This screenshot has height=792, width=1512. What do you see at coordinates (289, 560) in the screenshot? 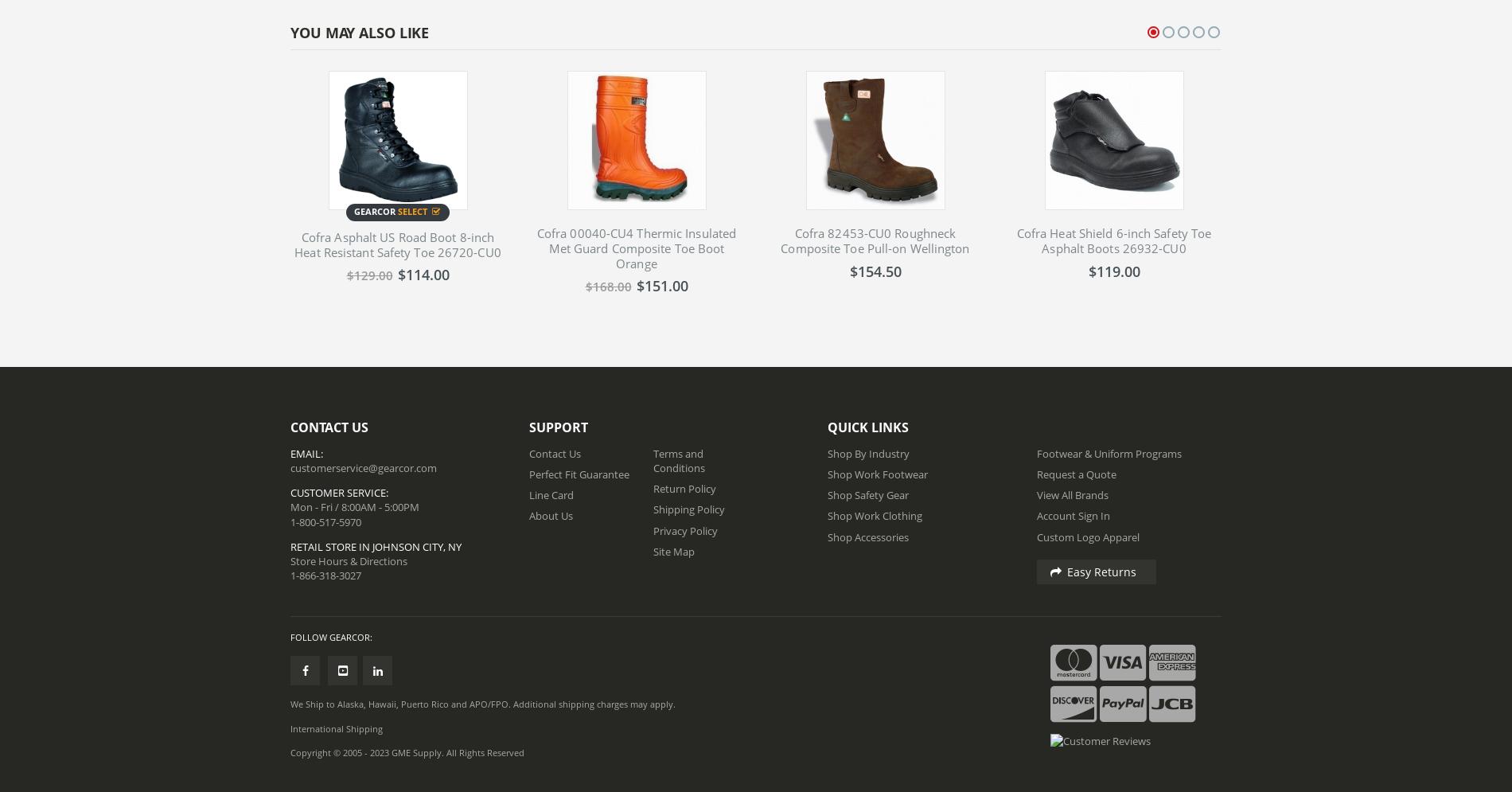
I see `'Store Hours & Directions'` at bounding box center [289, 560].